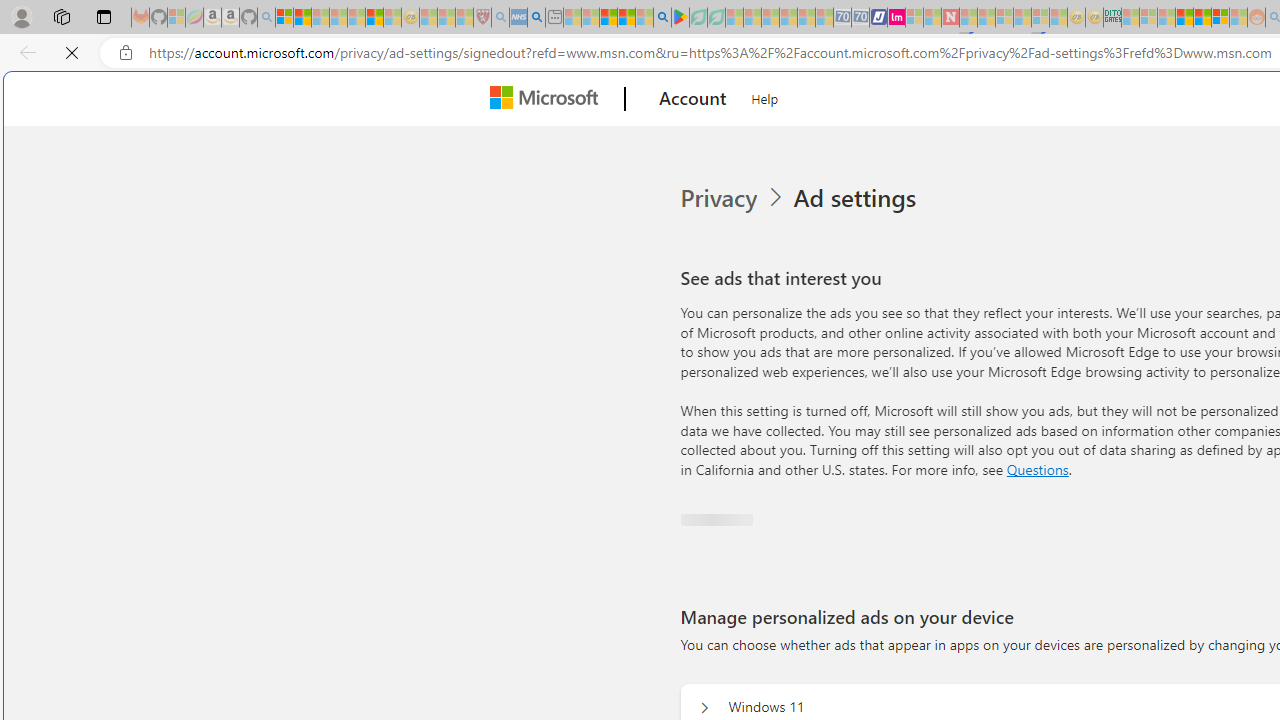 The height and width of the screenshot is (720, 1280). Describe the element at coordinates (895, 17) in the screenshot. I see `'Jobs - lastminute.com Investor Portal'` at that location.